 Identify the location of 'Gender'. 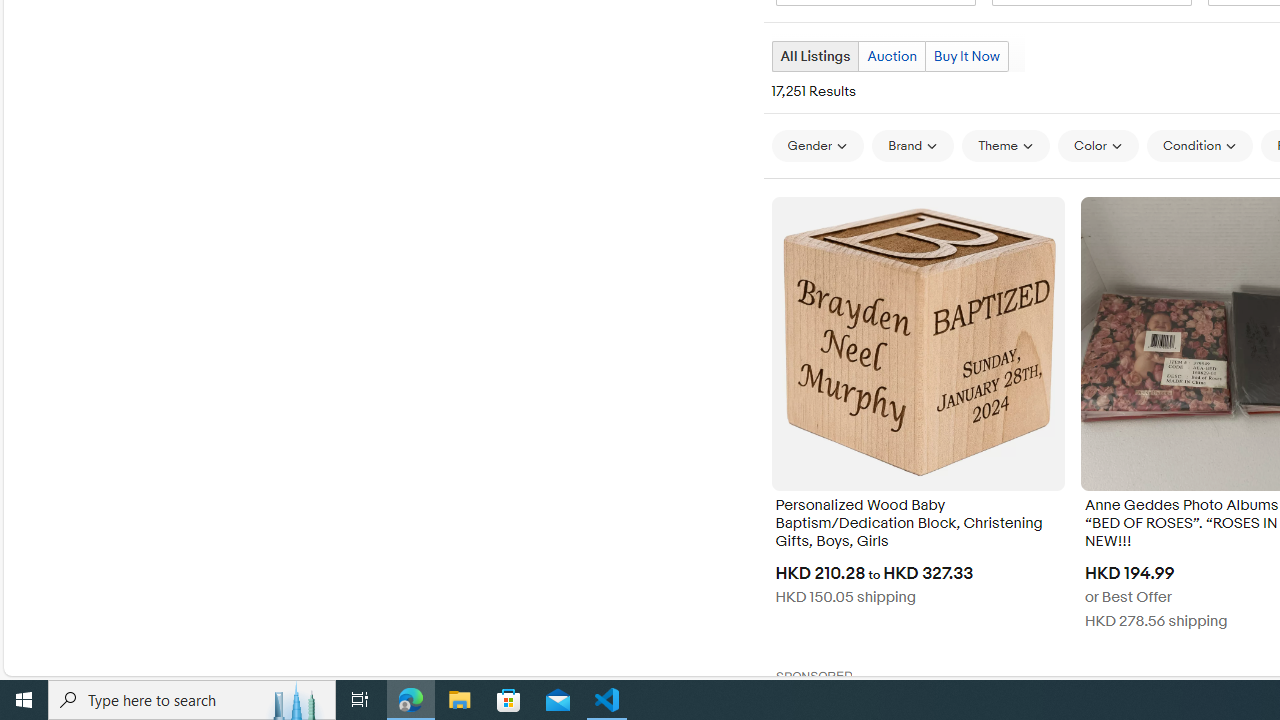
(817, 144).